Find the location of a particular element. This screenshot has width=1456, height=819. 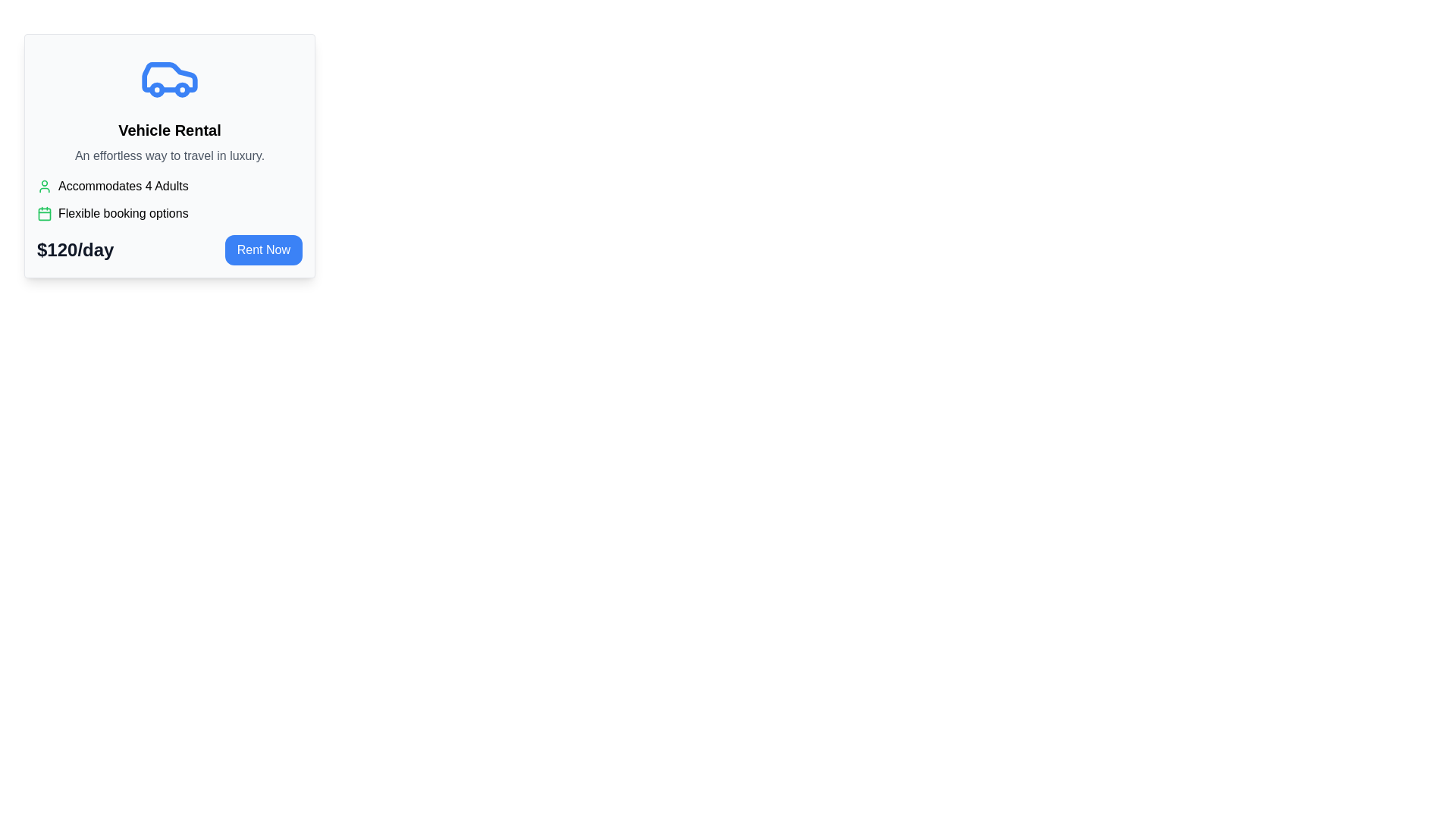

the static text label displaying the rental rate of '$120/day' located in the lower-left corner of the vehicle rental card layout is located at coordinates (74, 249).